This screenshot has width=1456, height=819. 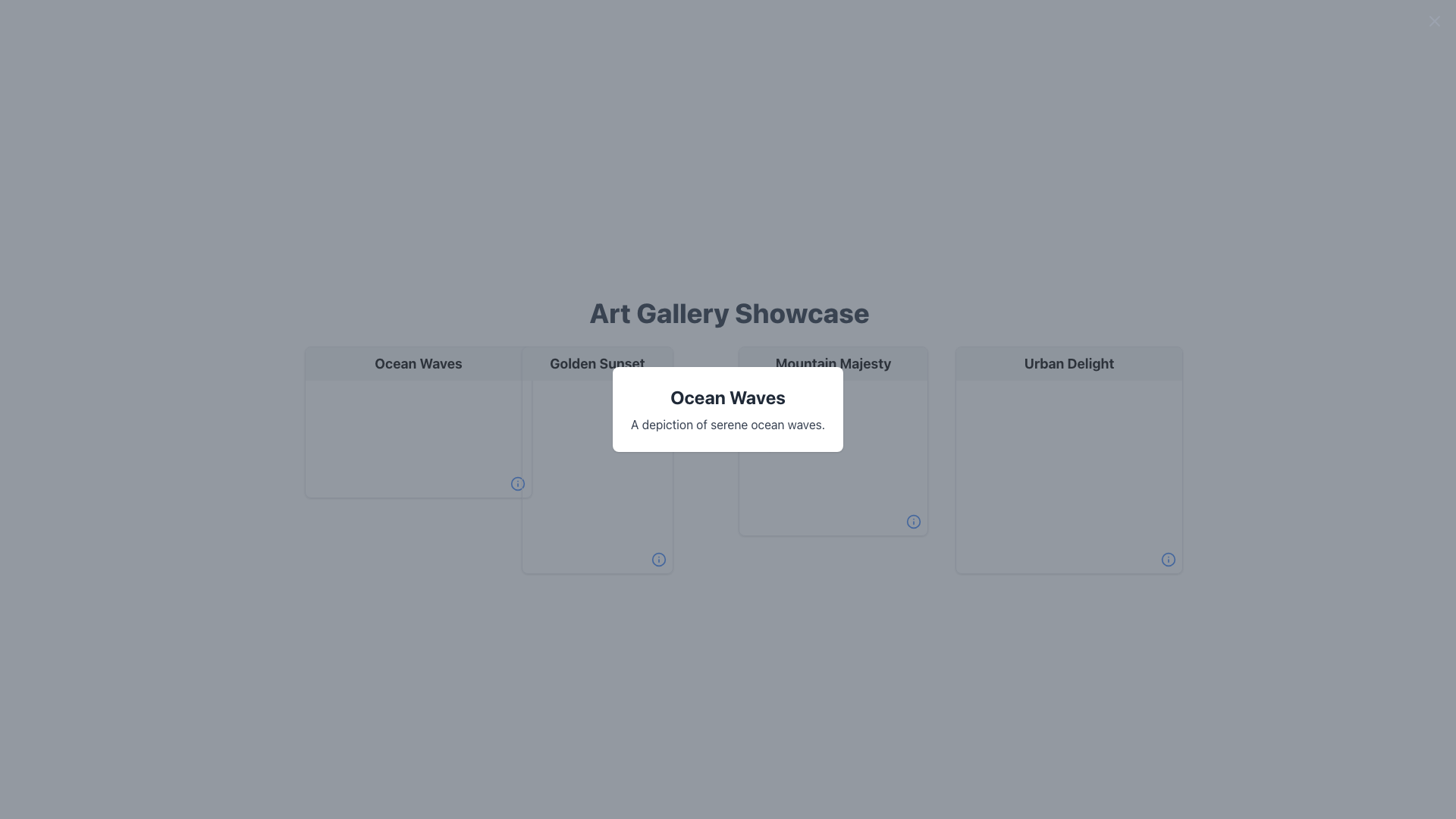 What do you see at coordinates (912, 520) in the screenshot?
I see `the SVG Circle that serves as an information or help icon located in the bottom-right corner of the 'Mountain Majesty' card` at bounding box center [912, 520].